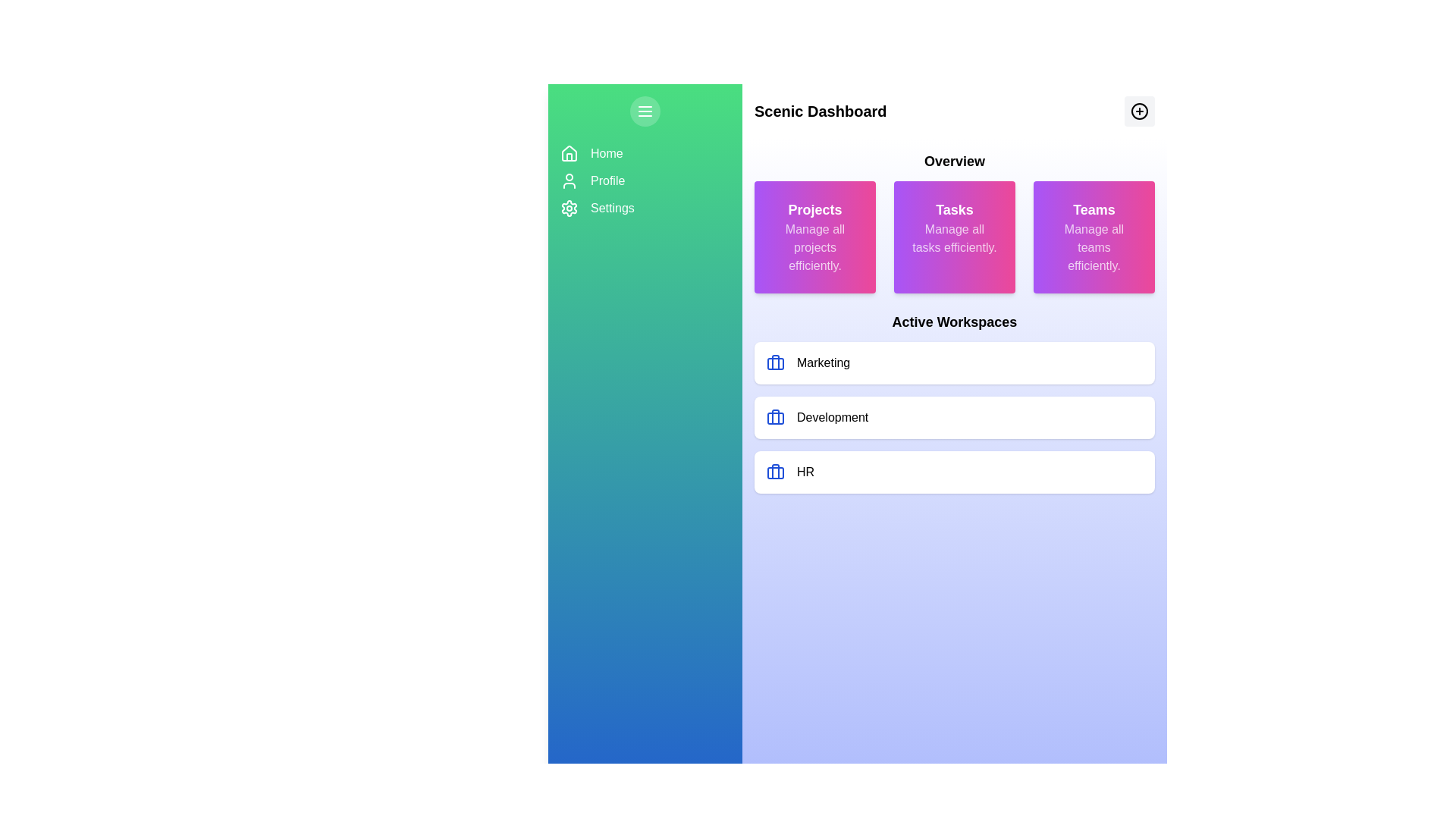  Describe the element at coordinates (568, 154) in the screenshot. I see `the Home icon in the left sidebar for keyboard navigation` at that location.